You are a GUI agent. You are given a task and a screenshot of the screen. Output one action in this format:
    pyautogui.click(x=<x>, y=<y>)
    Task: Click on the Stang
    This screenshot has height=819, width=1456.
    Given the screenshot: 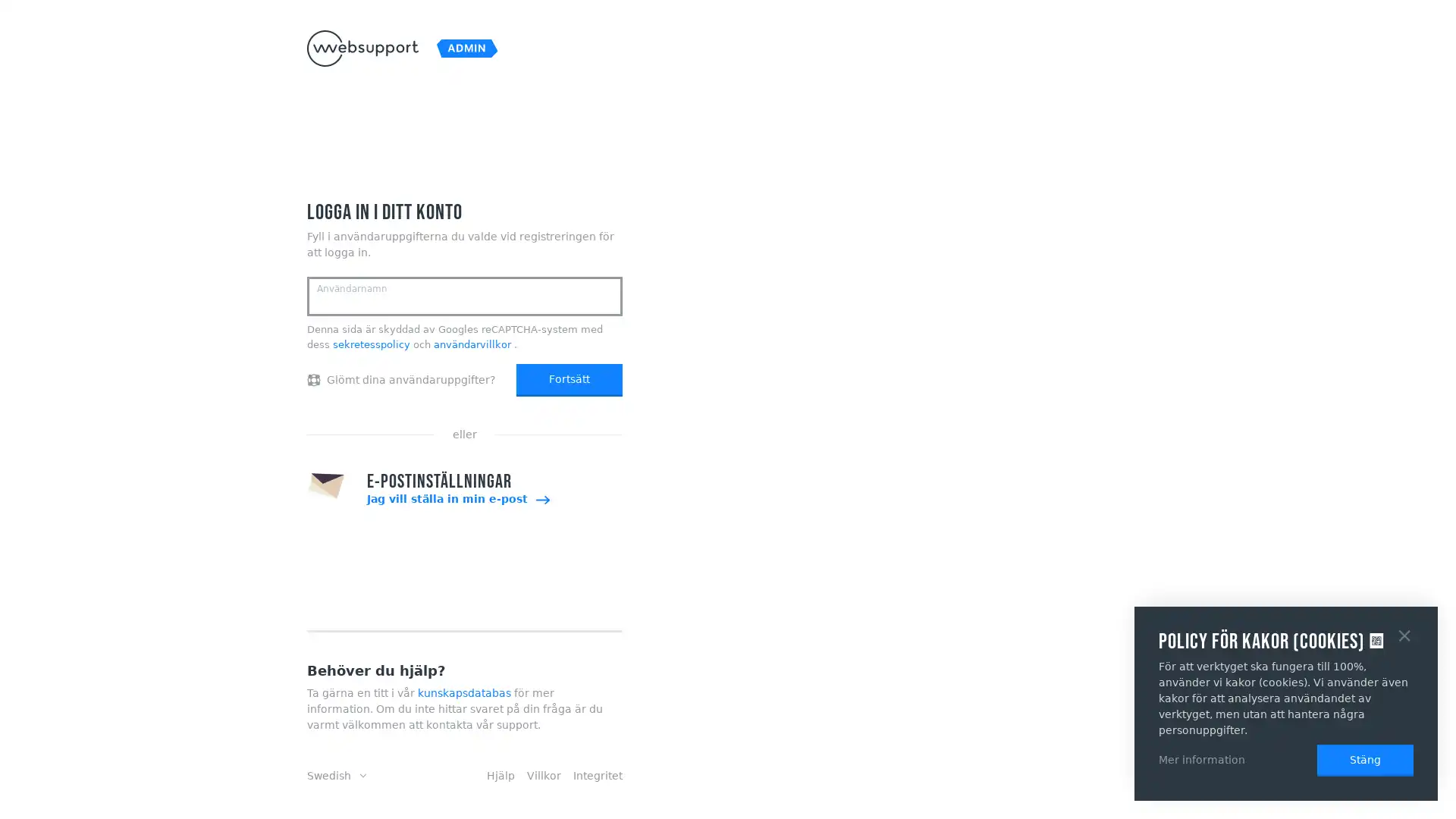 What is the action you would take?
    pyautogui.click(x=1365, y=760)
    